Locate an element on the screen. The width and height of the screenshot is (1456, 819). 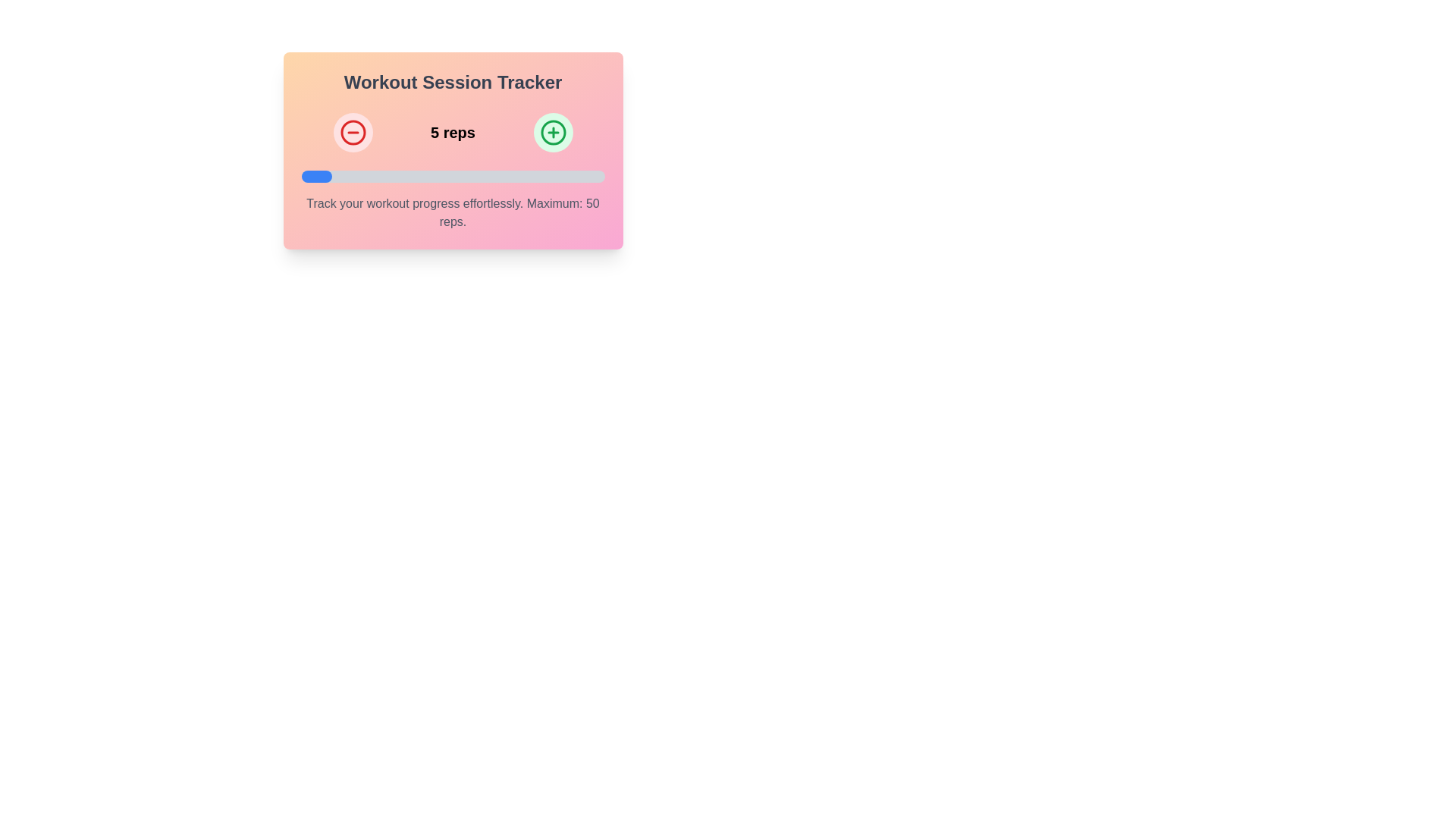
the slider is located at coordinates (301, 175).